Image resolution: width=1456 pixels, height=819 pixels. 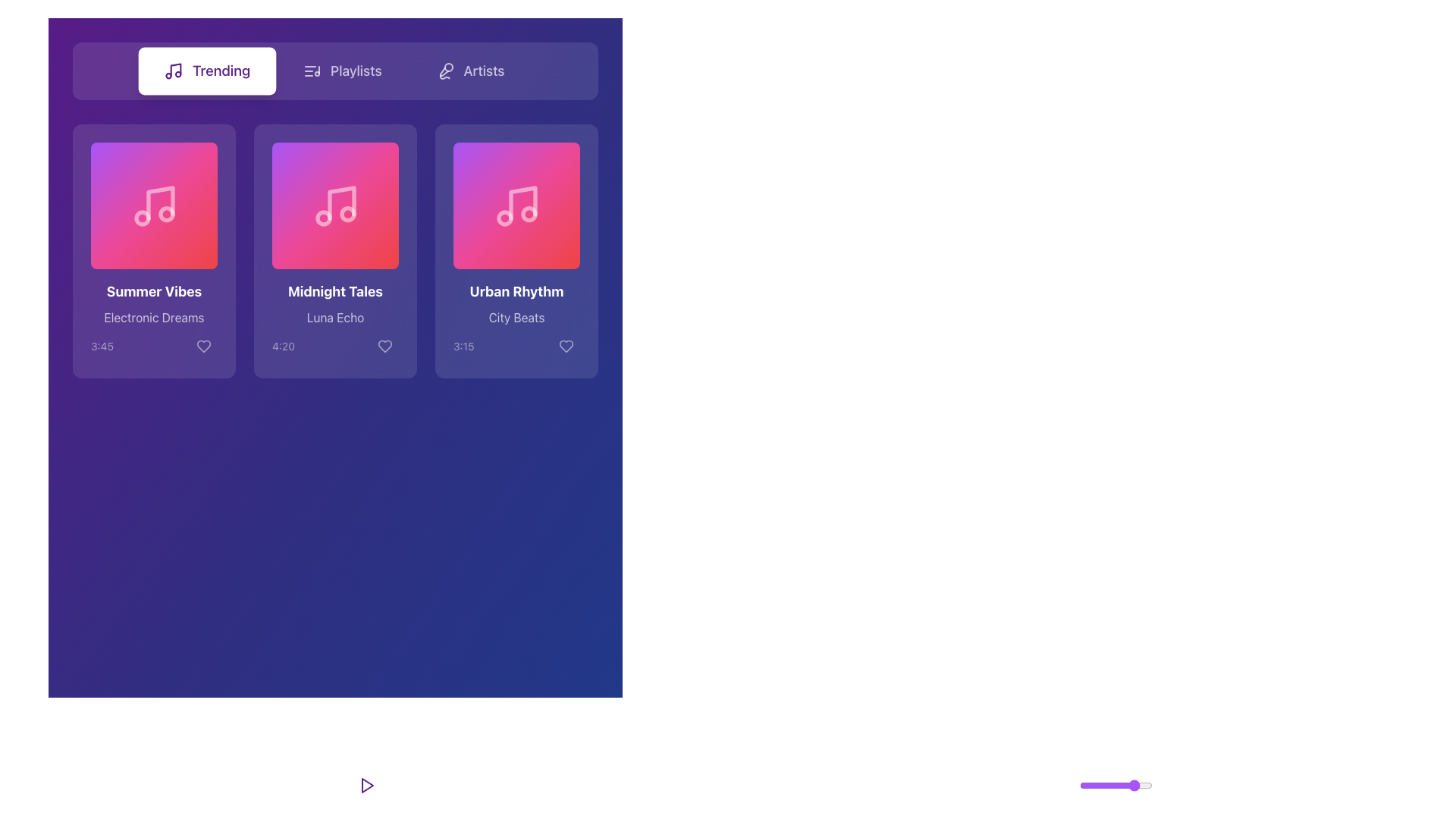 What do you see at coordinates (334, 317) in the screenshot?
I see `the static text element displaying 'Luna Echo', which is located within the card layout under 'Midnight Tales' and above the timestamp '4:20'` at bounding box center [334, 317].